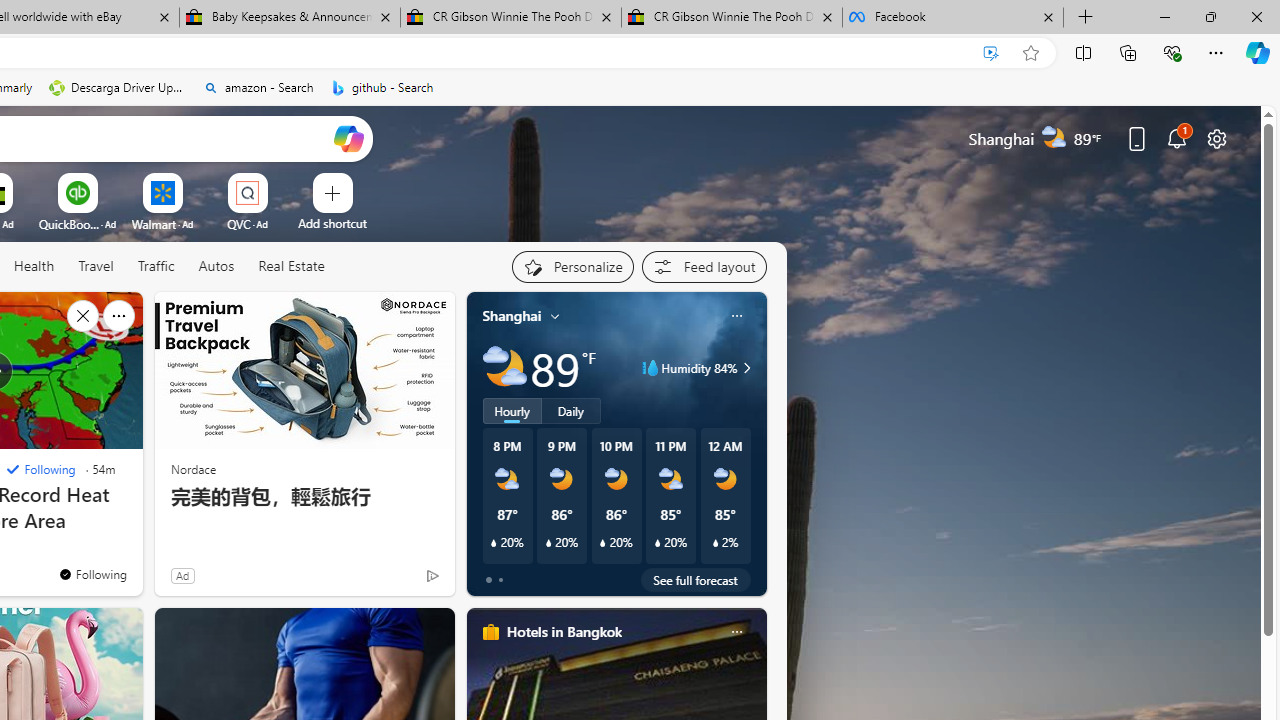  Describe the element at coordinates (512, 315) in the screenshot. I see `'Shanghai'` at that location.